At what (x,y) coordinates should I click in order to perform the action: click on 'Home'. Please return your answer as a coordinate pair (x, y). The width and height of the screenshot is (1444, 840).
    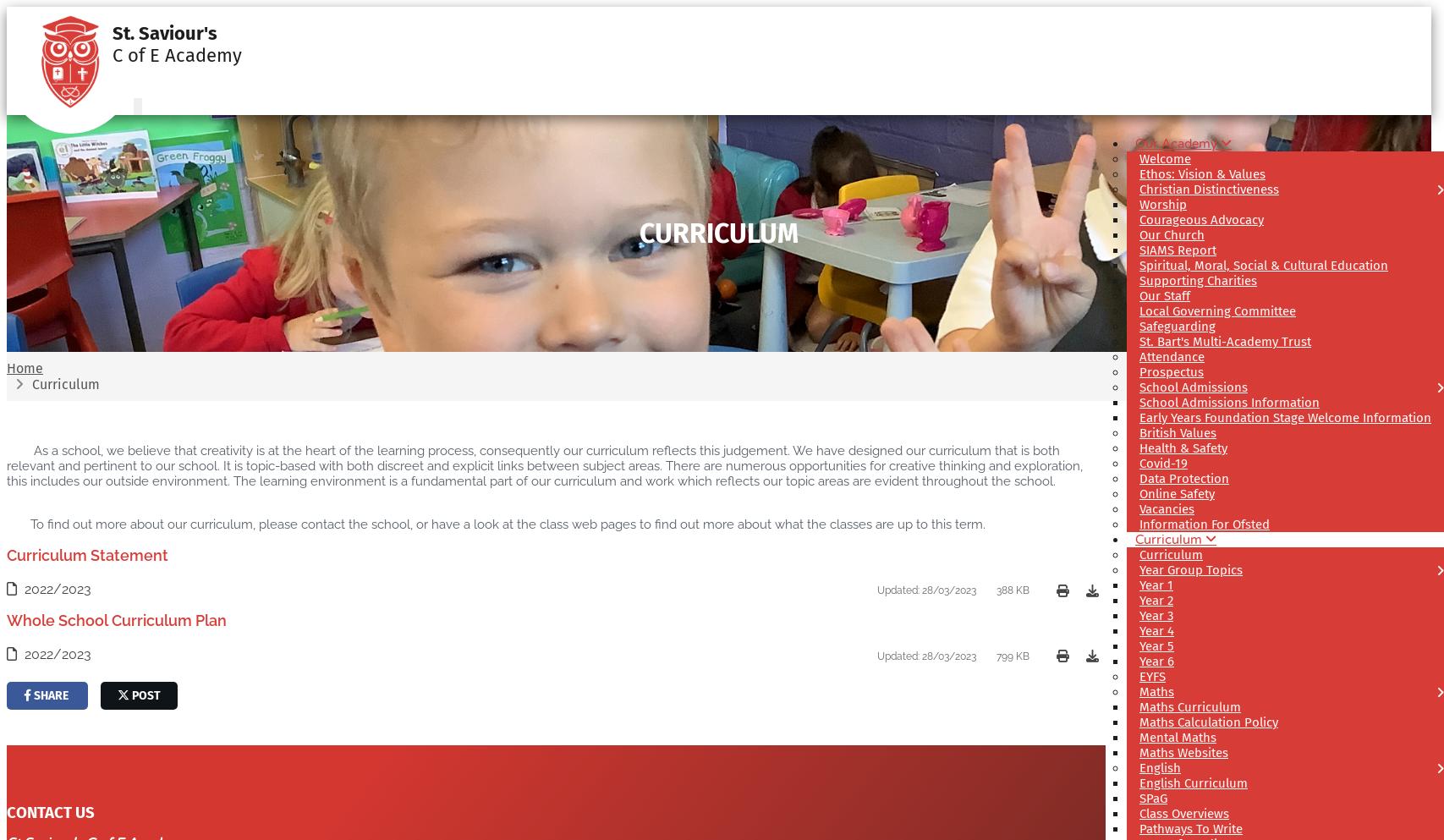
    Looking at the image, I should click on (25, 368).